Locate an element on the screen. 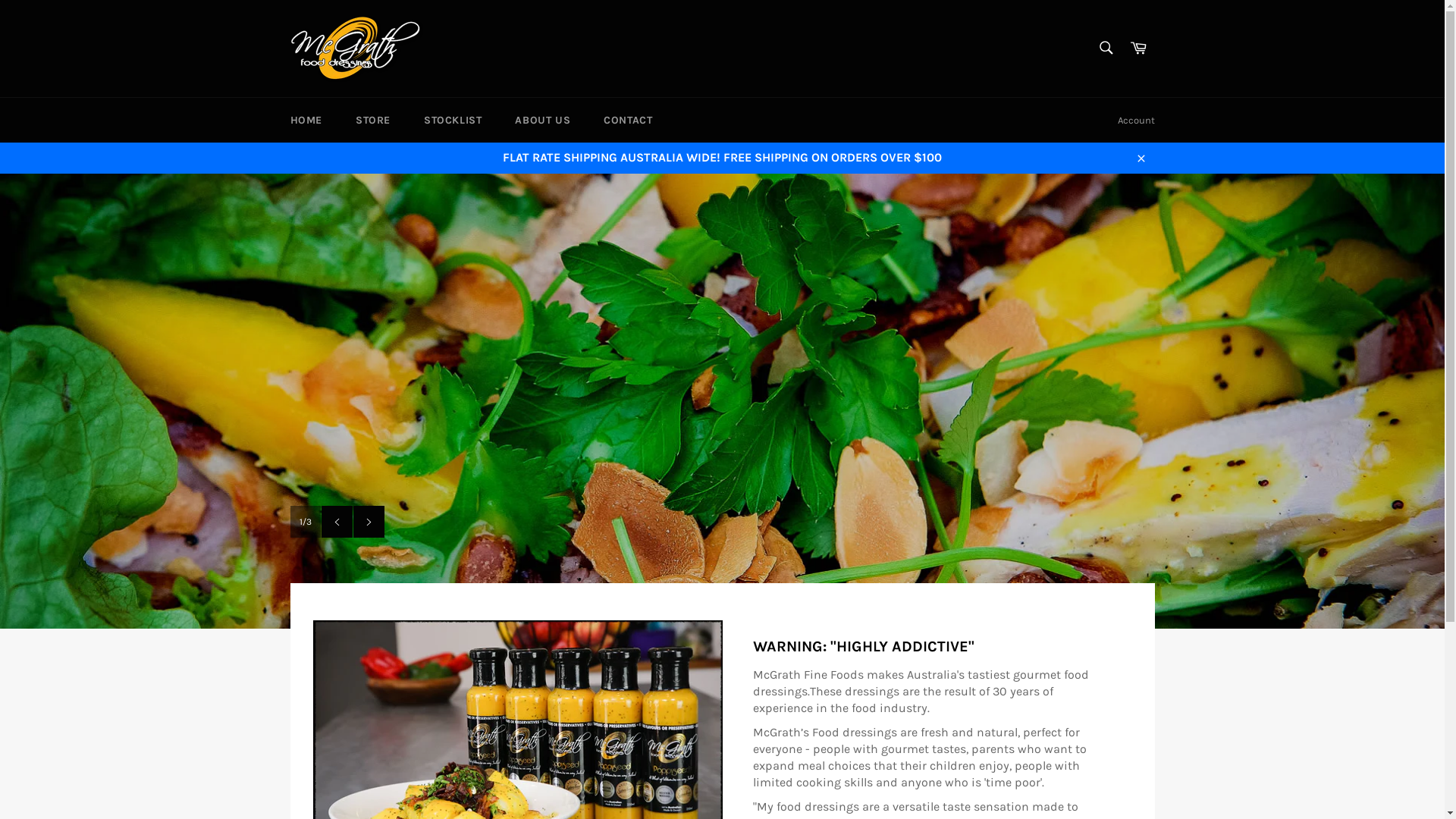 The image size is (1456, 819). 'Search' is located at coordinates (1105, 46).